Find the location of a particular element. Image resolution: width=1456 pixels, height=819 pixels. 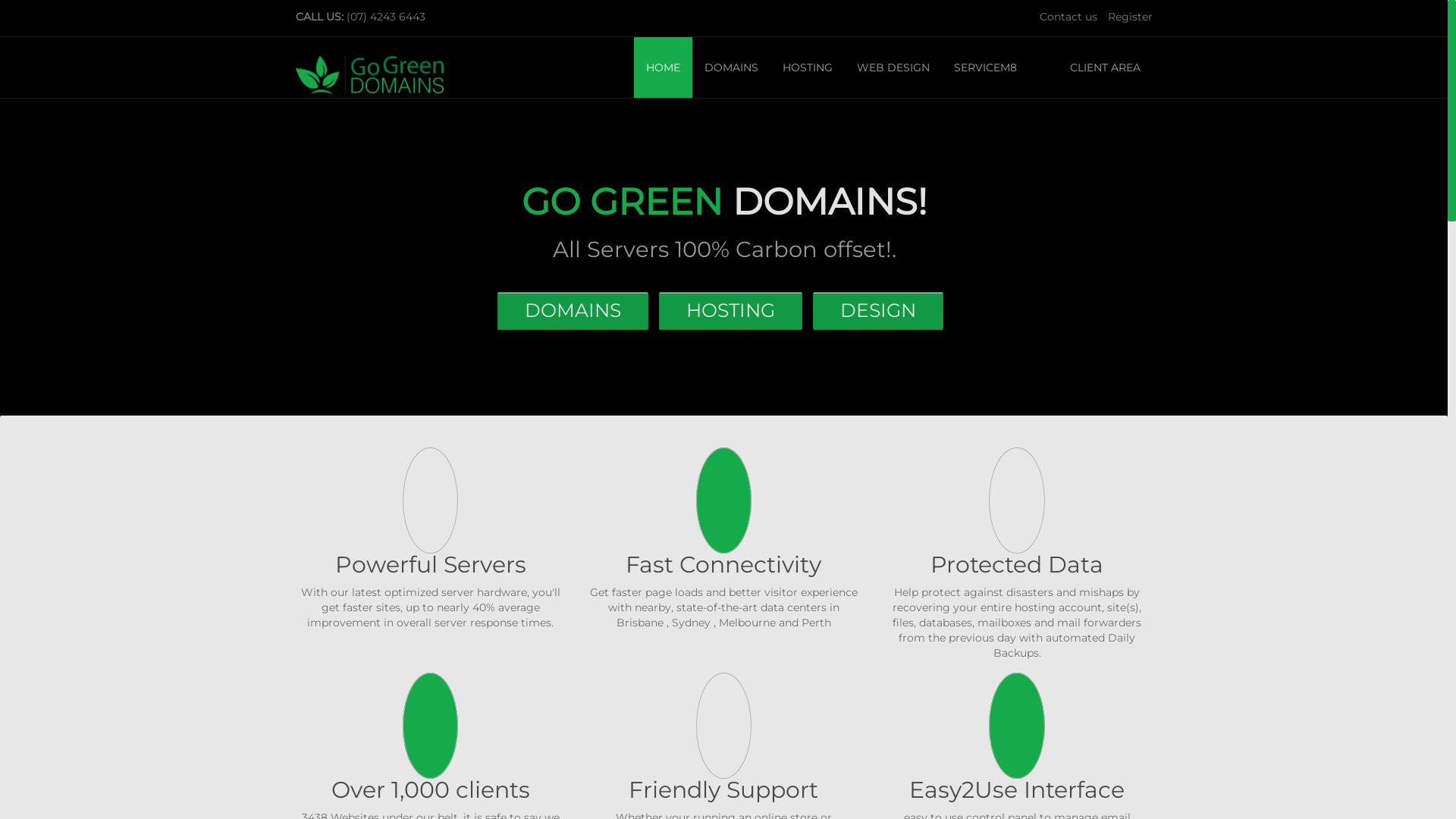

'Contact us' is located at coordinates (1066, 17).